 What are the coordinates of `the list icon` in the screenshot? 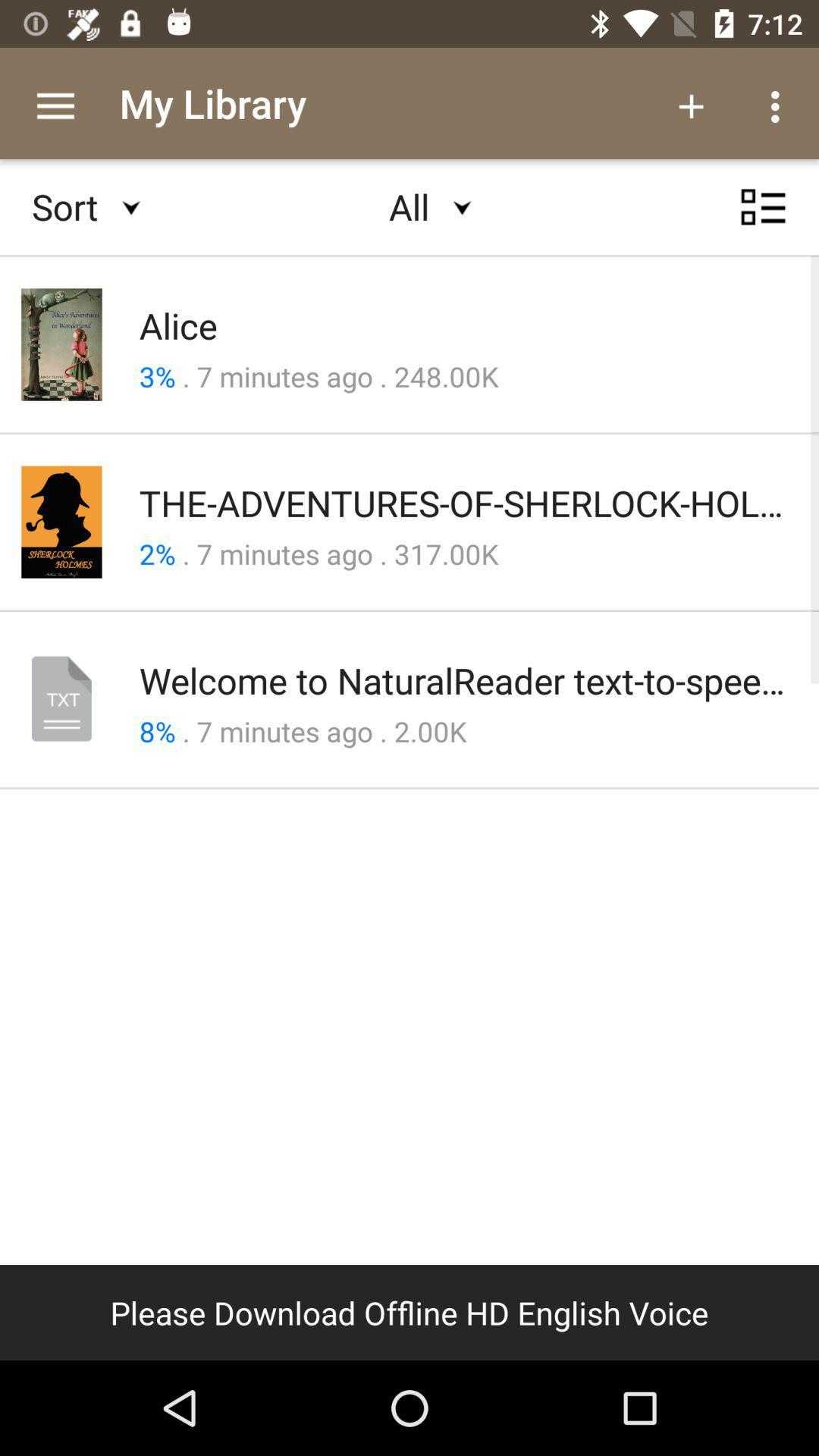 It's located at (763, 221).